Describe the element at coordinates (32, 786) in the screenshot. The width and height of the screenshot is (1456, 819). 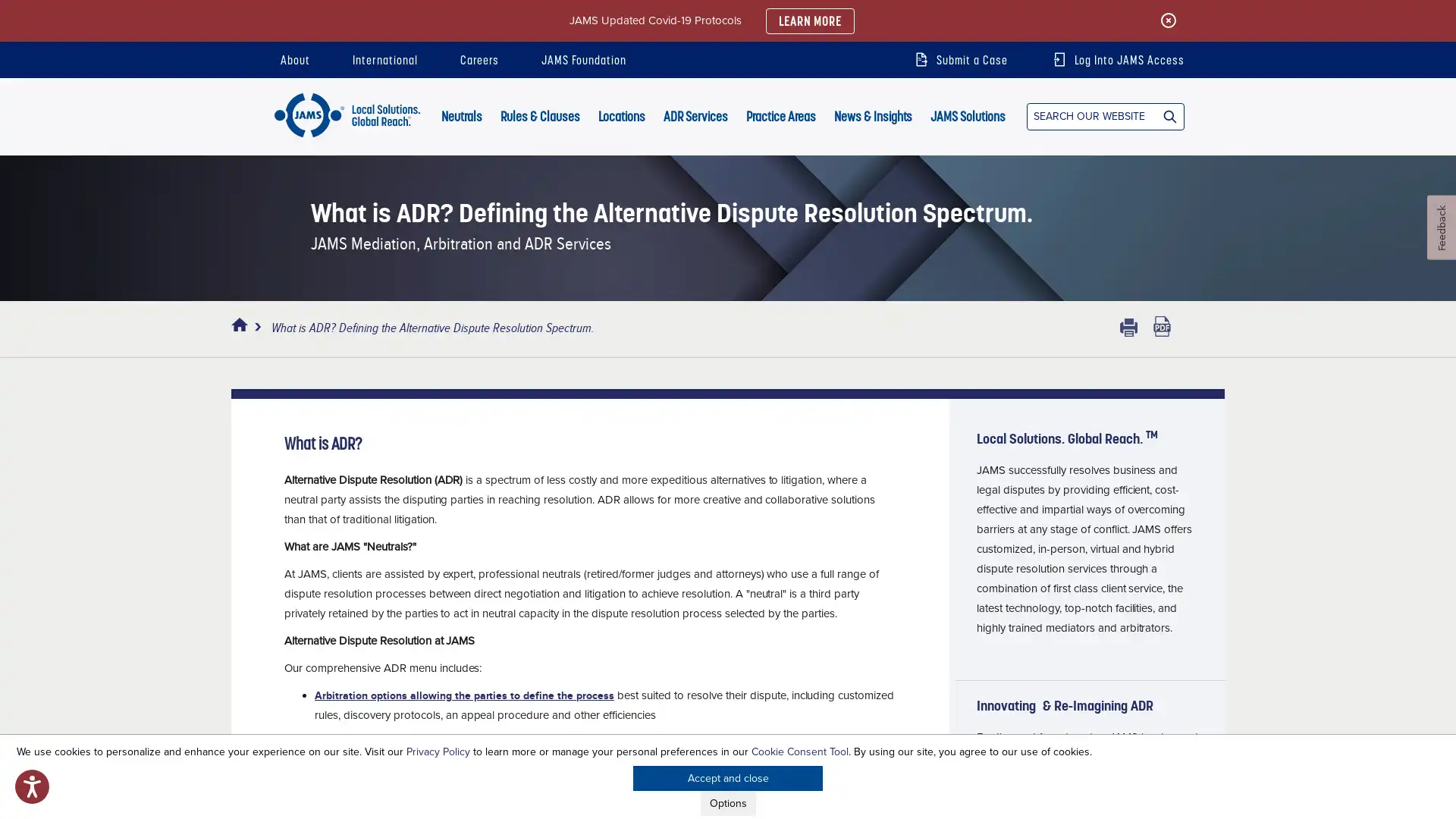
I see `Open accessibility options, statement and help` at that location.